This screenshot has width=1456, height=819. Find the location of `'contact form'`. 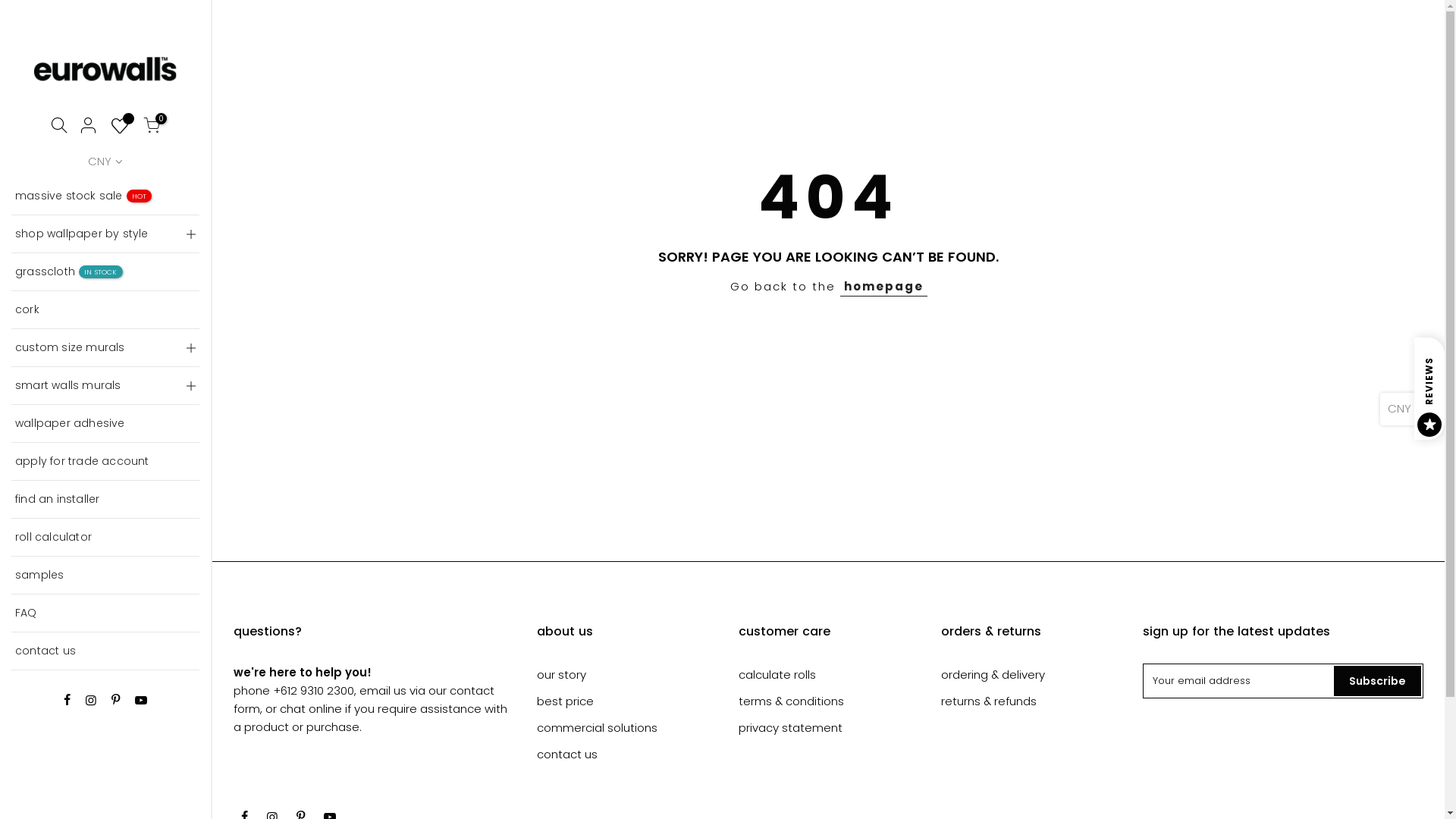

'contact form' is located at coordinates (364, 699).